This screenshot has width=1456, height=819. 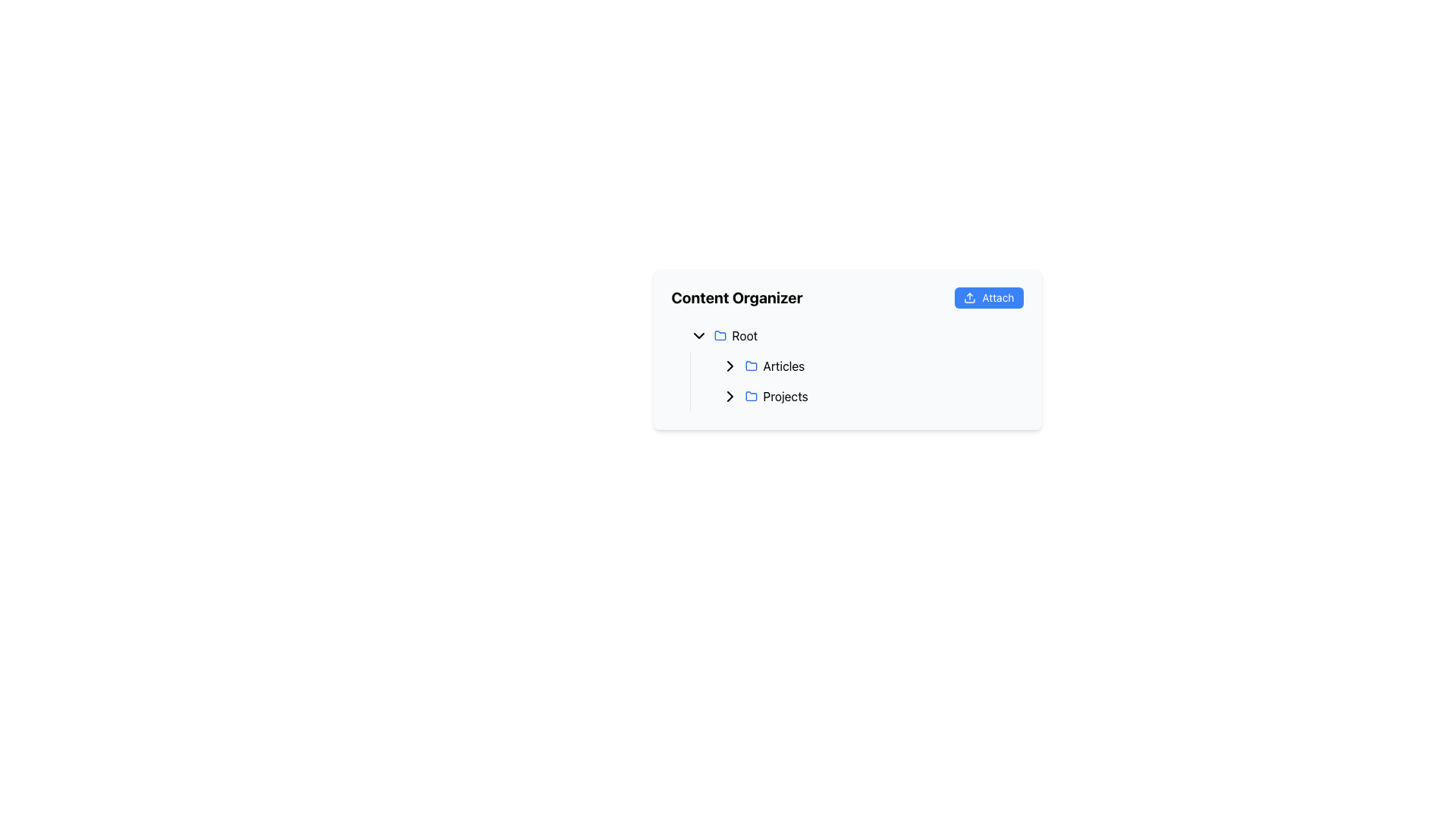 I want to click on the blue folder icon with rounded edges located, so click(x=719, y=335).